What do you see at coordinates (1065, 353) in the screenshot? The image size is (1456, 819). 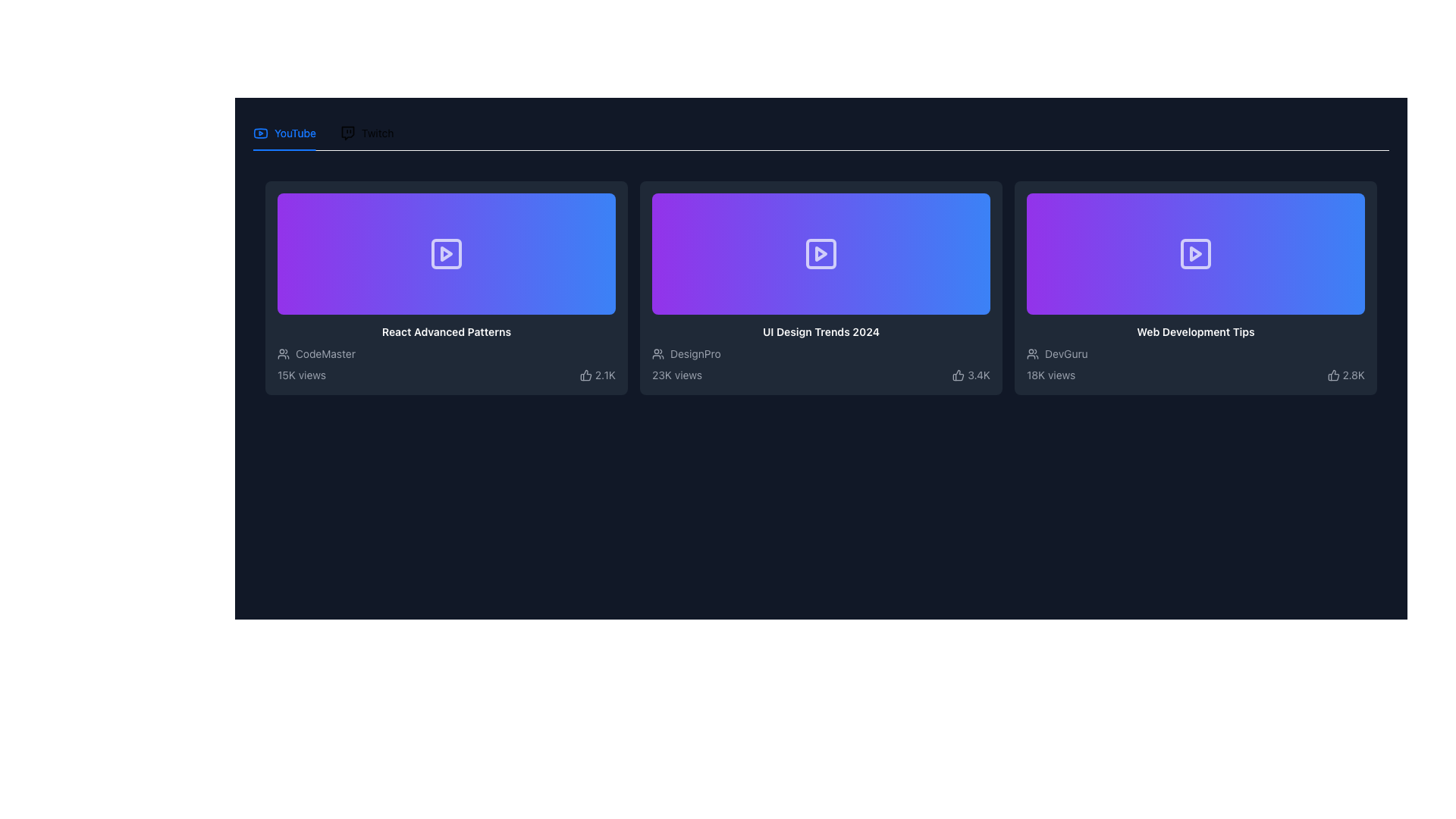 I see `the text label indicating the username or author of the content associated with the video card, located below the video thumbnail in the third card from the left` at bounding box center [1065, 353].